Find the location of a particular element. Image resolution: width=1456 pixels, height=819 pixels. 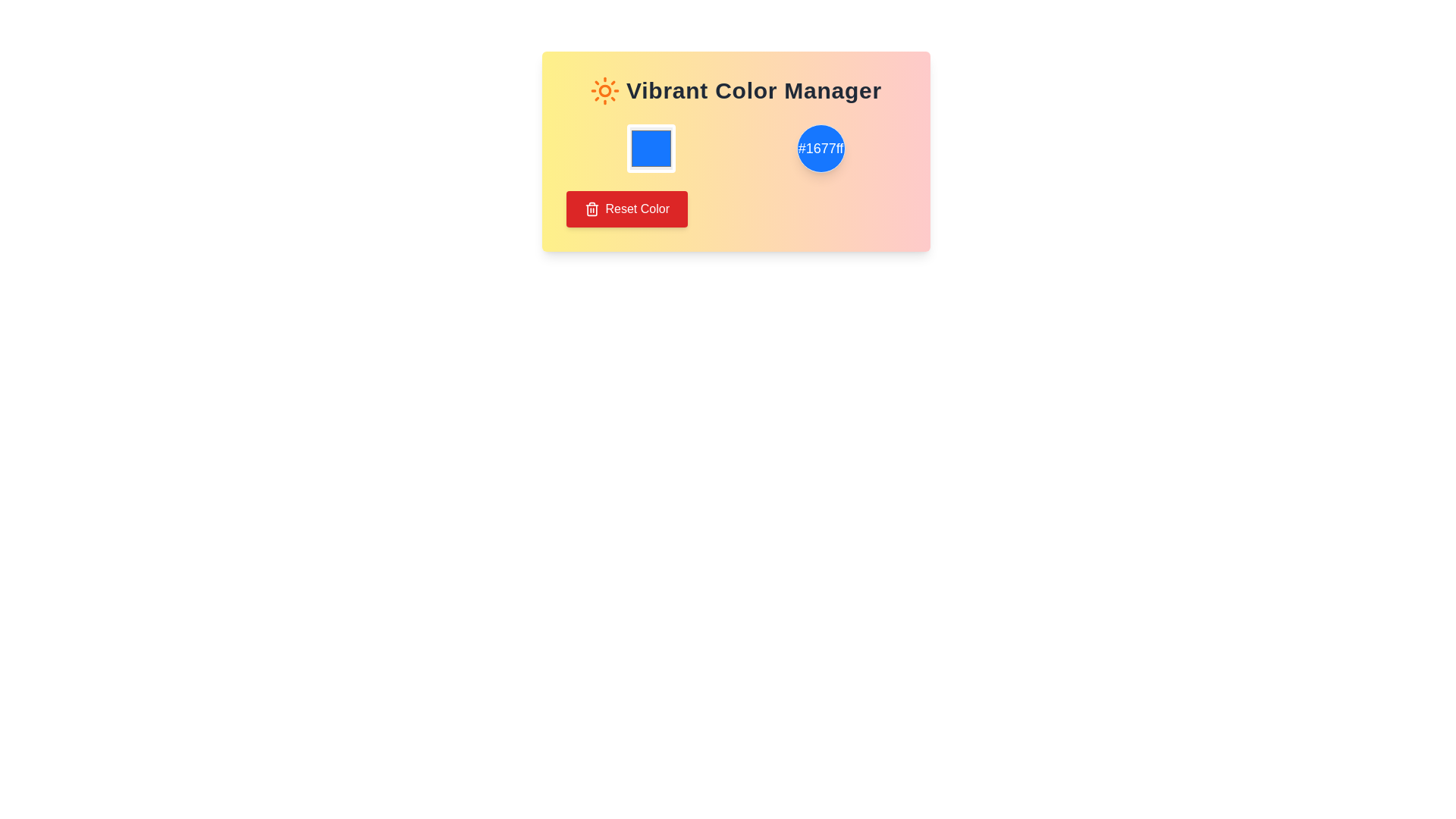

the text label located within the reset button at the bottom-left area of the card, which is associated with a trash icon is located at coordinates (637, 209).